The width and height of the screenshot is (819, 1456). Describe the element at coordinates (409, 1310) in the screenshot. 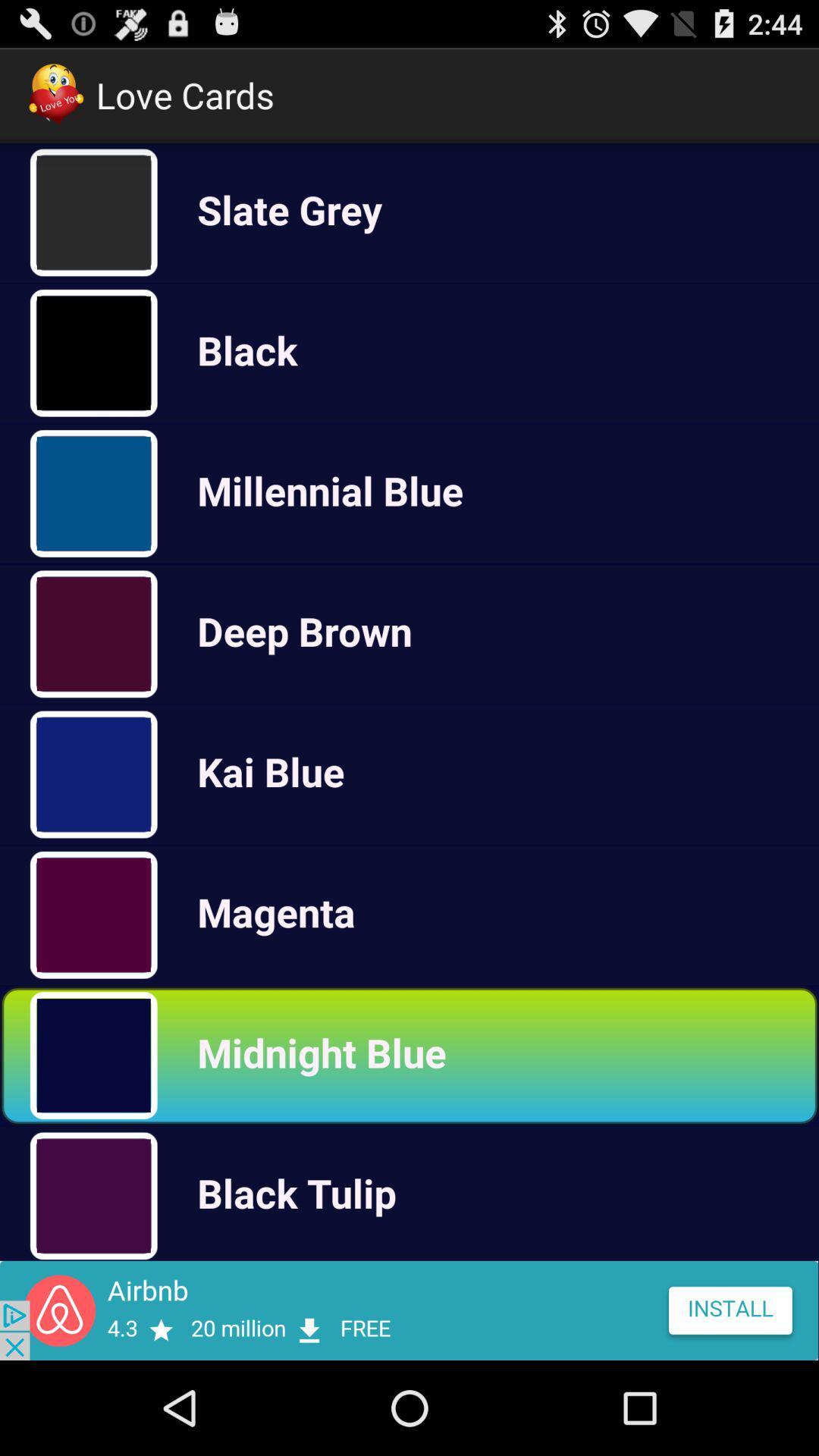

I see `advertising bar` at that location.